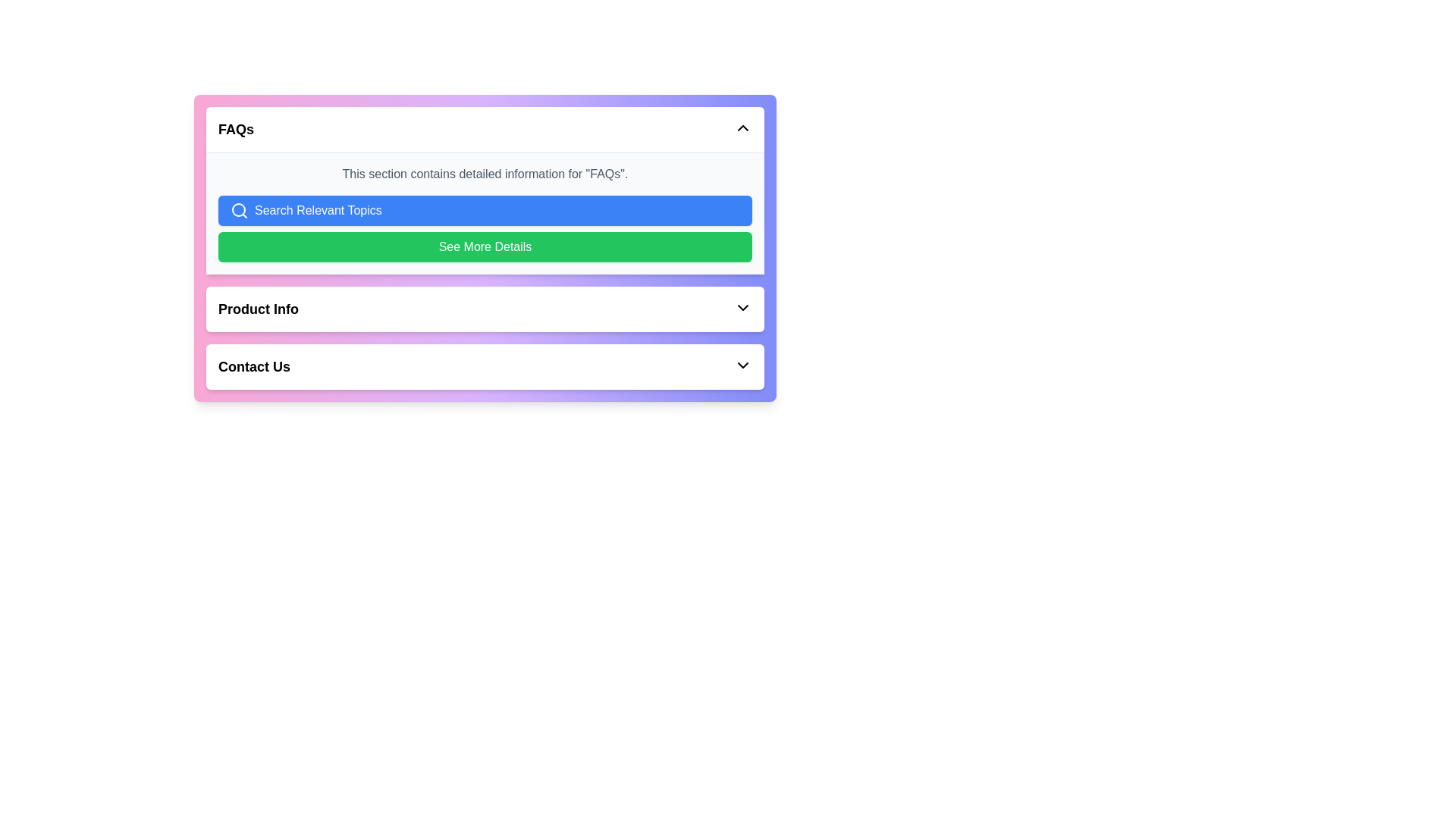 The height and width of the screenshot is (819, 1456). I want to click on the 'Contact Us' text label element, so click(254, 366).